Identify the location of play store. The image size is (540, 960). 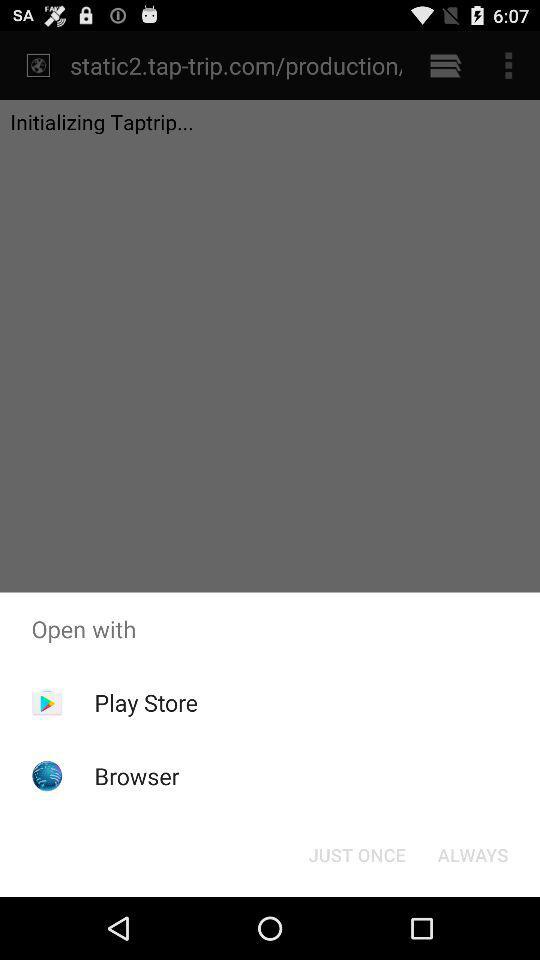
(145, 702).